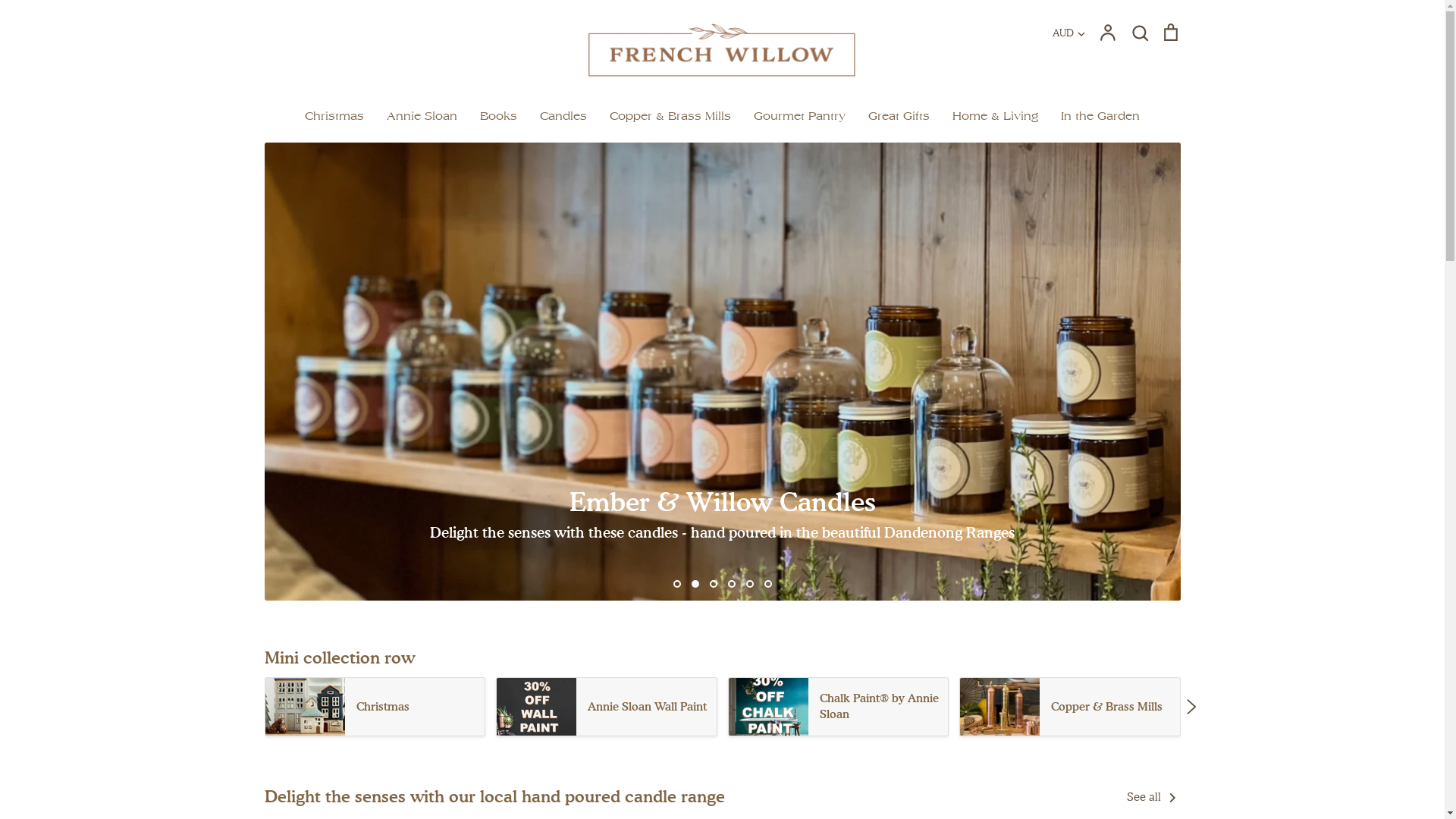 The image size is (1456, 819). What do you see at coordinates (799, 115) in the screenshot?
I see `'Gourmet Pantry'` at bounding box center [799, 115].